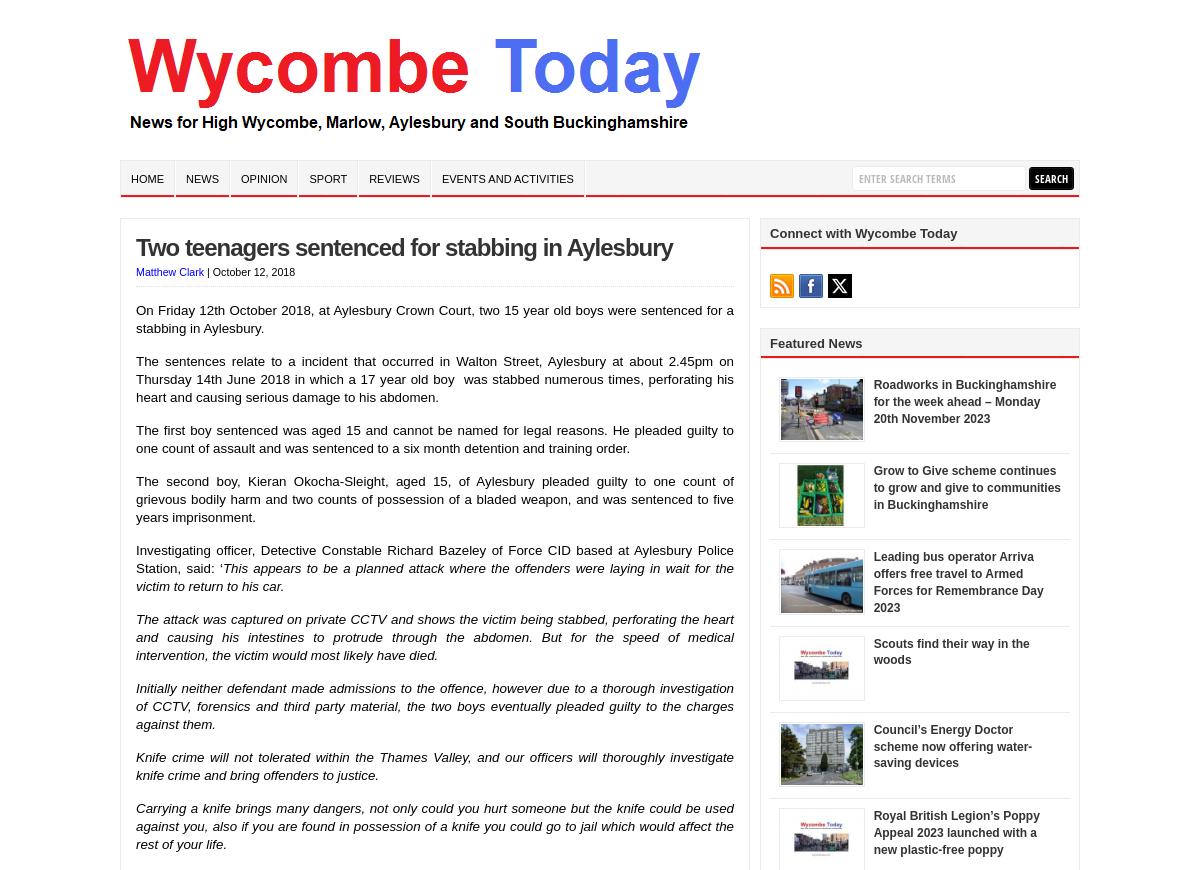 This screenshot has height=870, width=1200. Describe the element at coordinates (872, 401) in the screenshot. I see `'Roadworks in Buckinghamshire for the week ahead – Monday 20th November 2023'` at that location.